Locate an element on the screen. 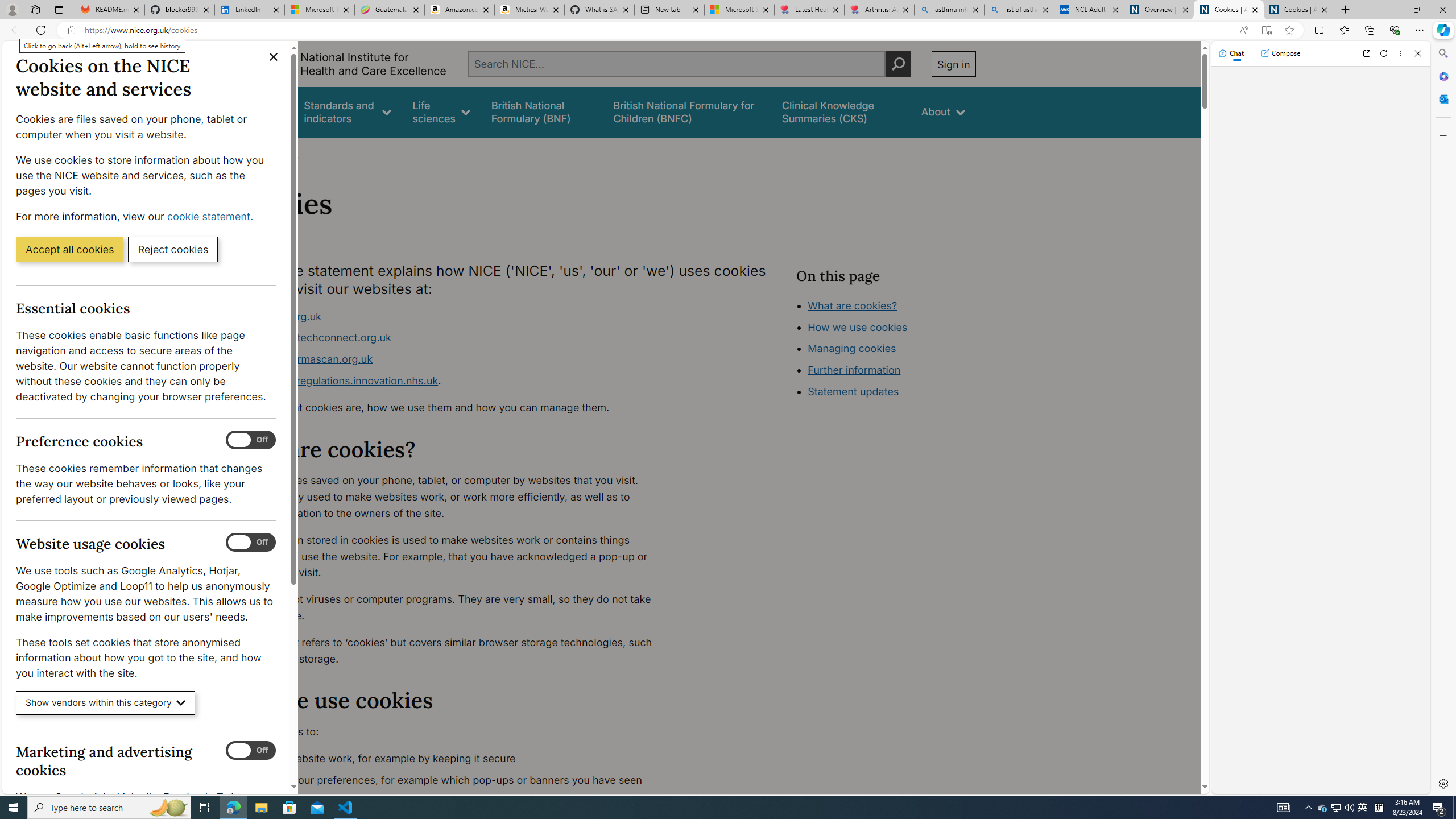  'asthma inhaler - Search' is located at coordinates (949, 9).